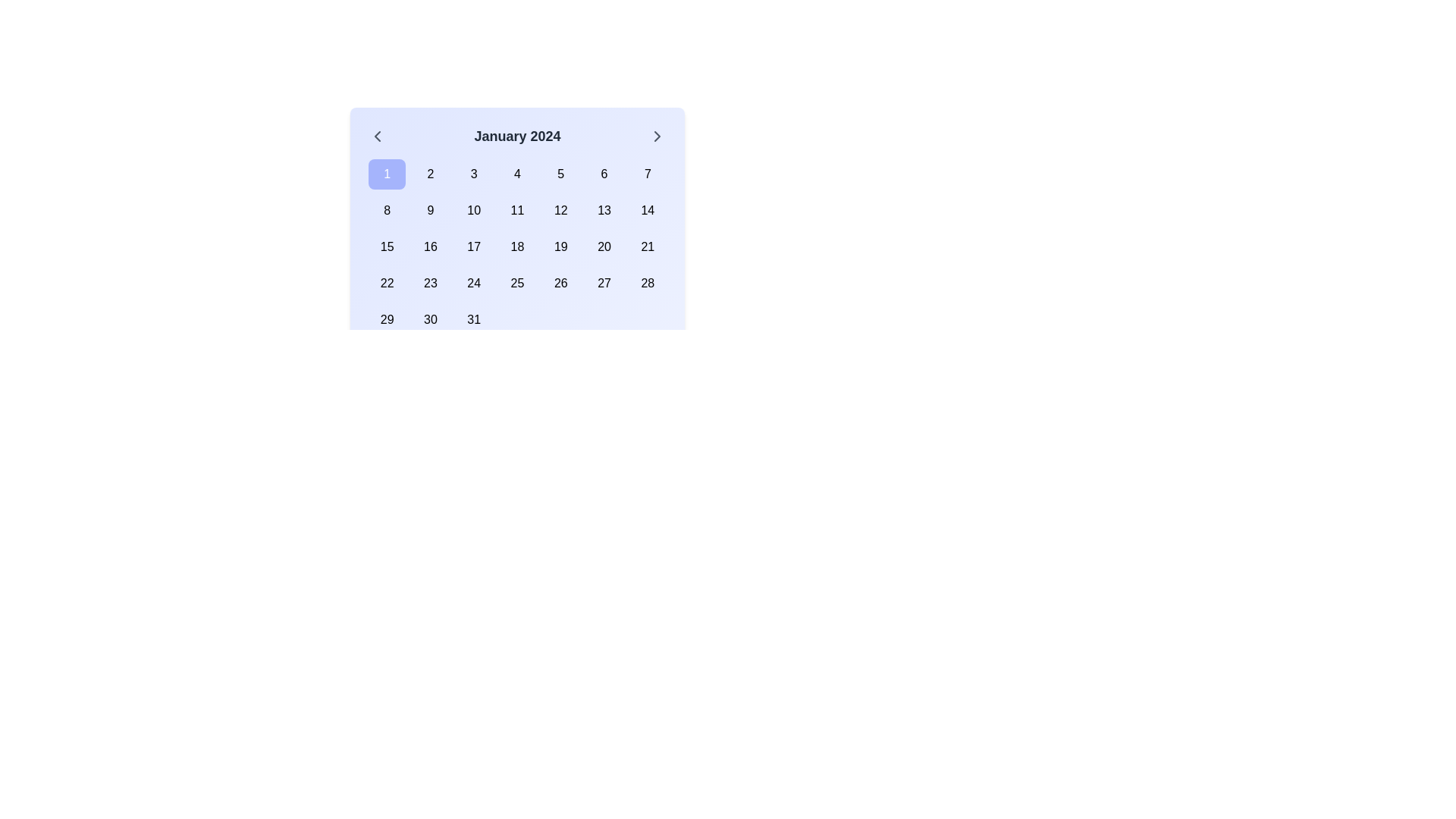 This screenshot has height=819, width=1456. What do you see at coordinates (429, 318) in the screenshot?
I see `the square, light-colored button with a centered number '30' in bold, dark text located in the last row, second column of the January 2024 calendar grid` at bounding box center [429, 318].